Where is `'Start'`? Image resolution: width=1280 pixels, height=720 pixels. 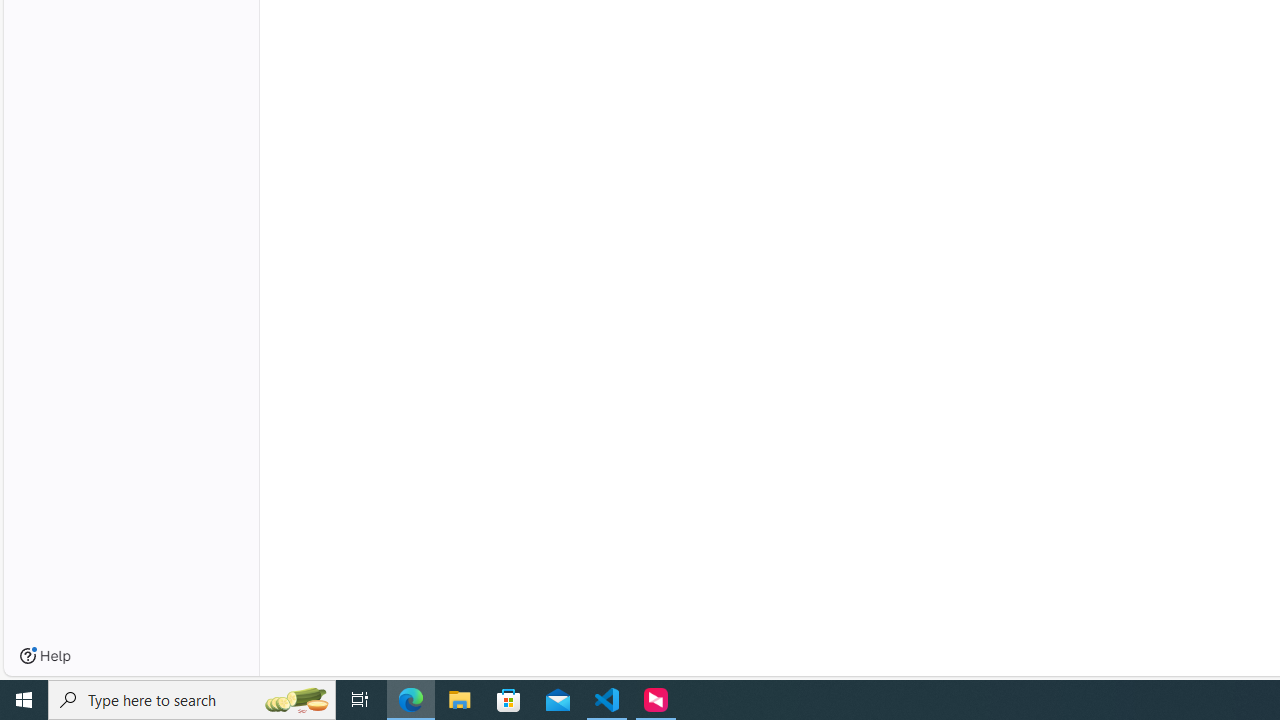
'Start' is located at coordinates (24, 698).